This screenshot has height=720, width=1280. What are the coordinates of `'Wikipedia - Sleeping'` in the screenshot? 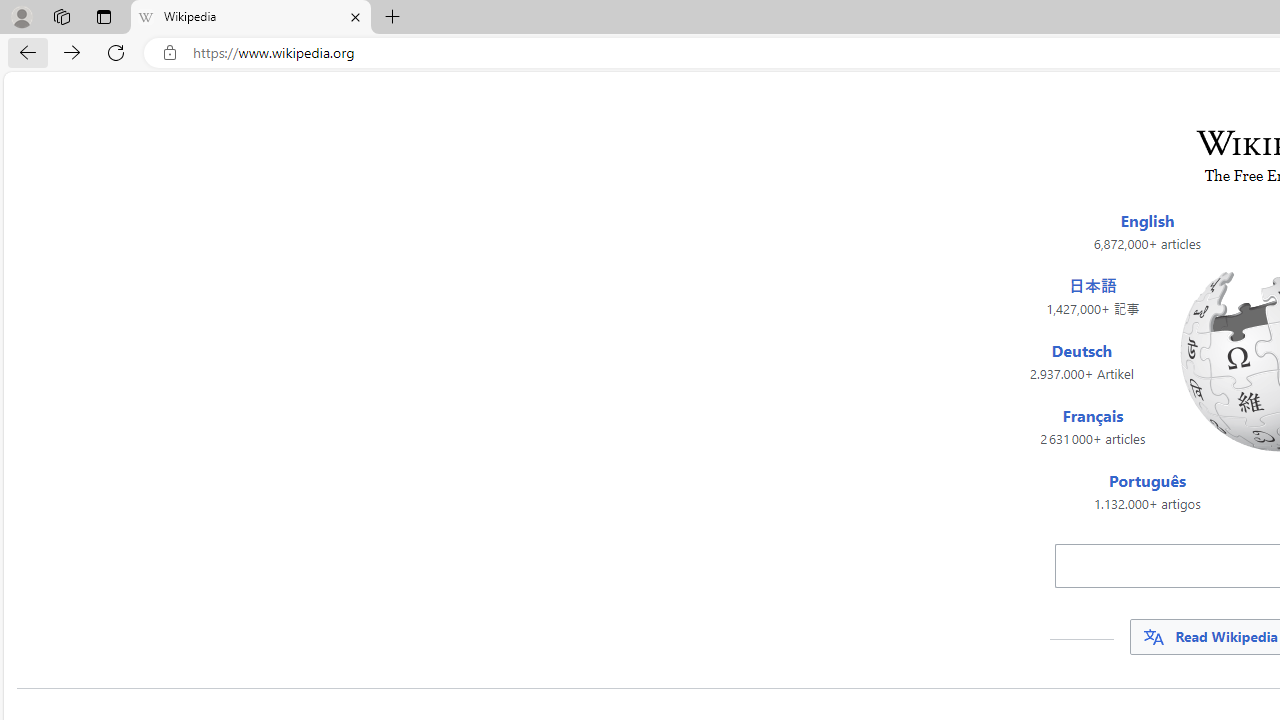 It's located at (249, 17).